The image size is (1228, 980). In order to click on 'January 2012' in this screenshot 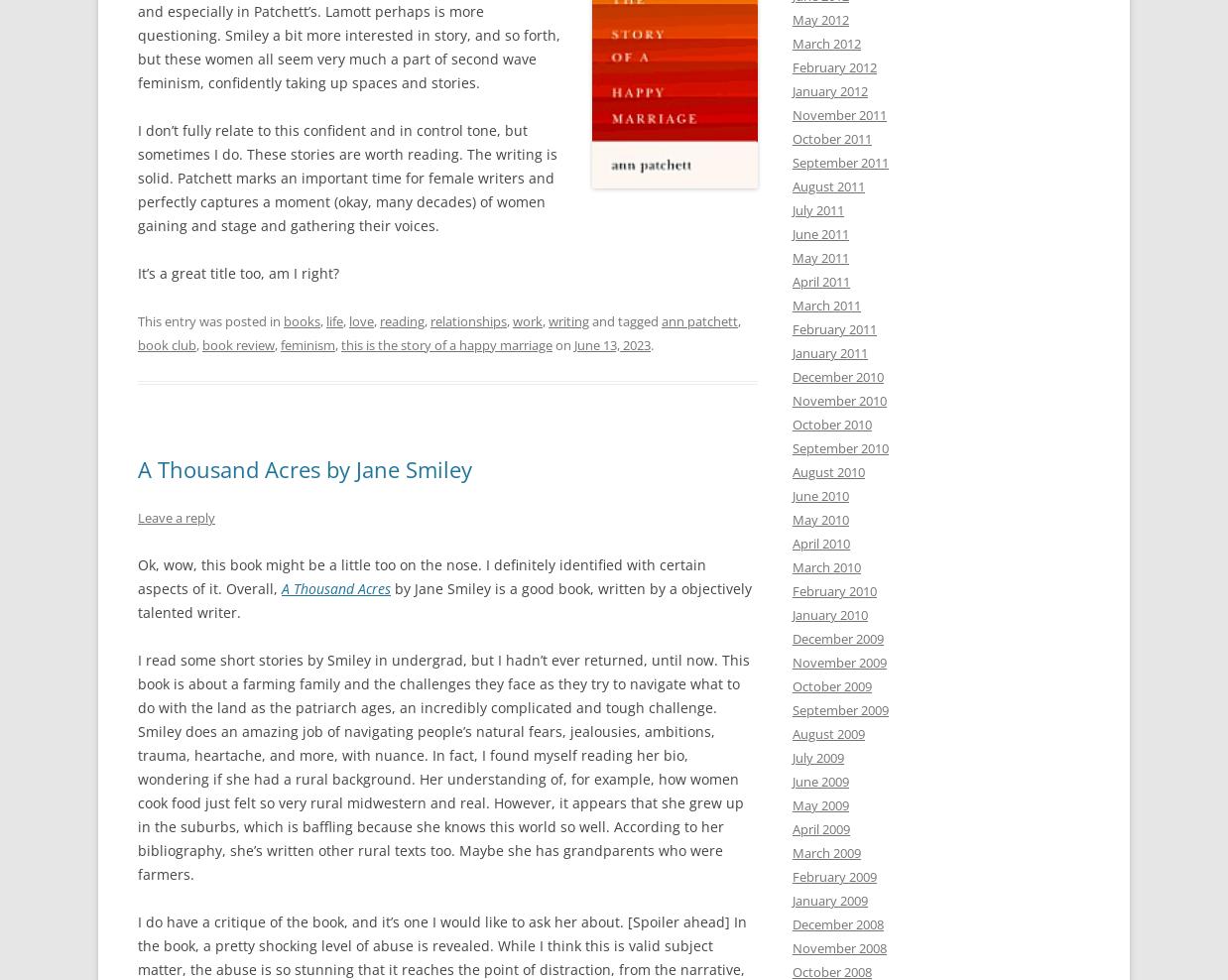, I will do `click(829, 90)`.